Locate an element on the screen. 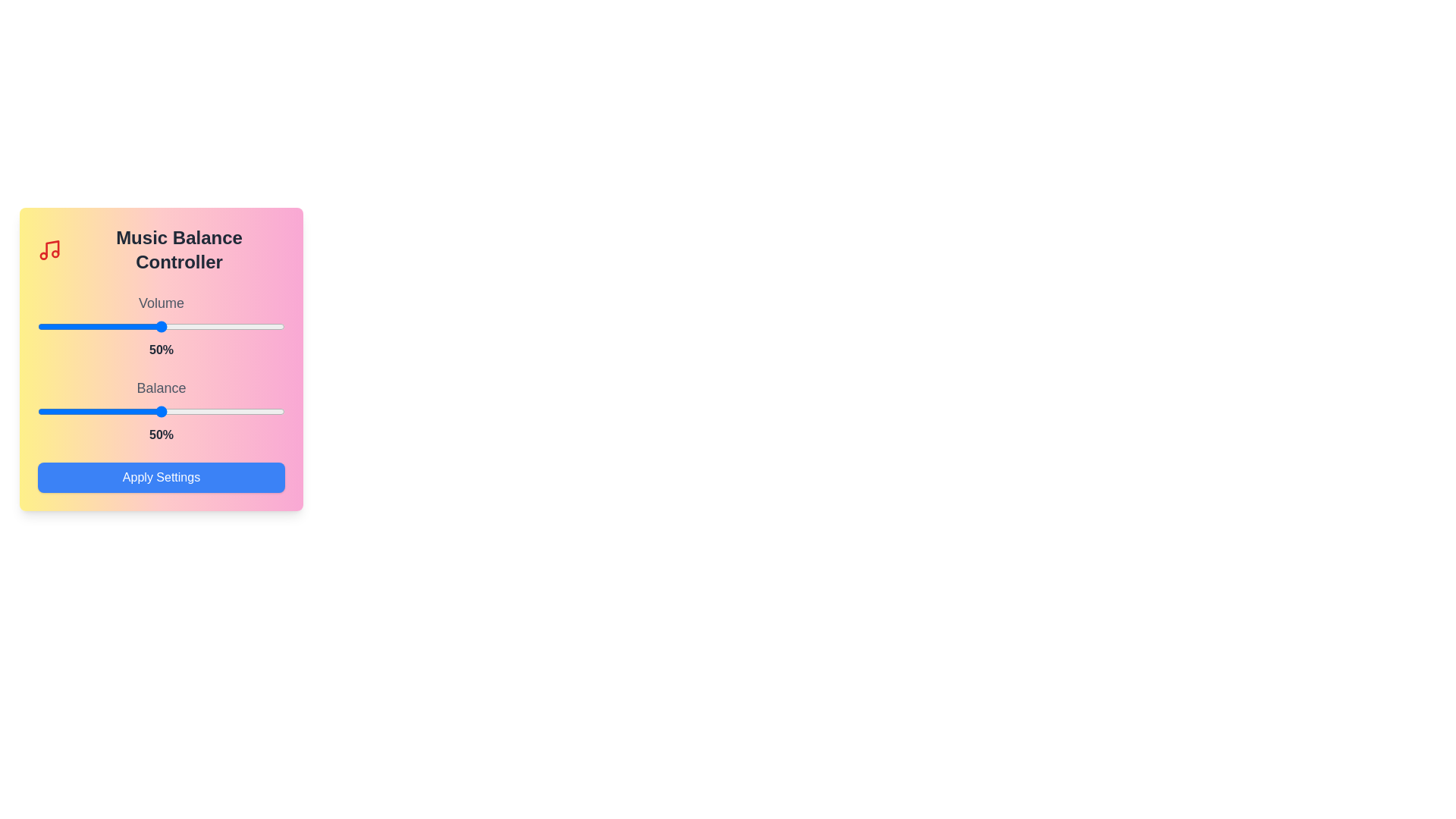  the volume slider to set the volume to 1% is located at coordinates (40, 326).